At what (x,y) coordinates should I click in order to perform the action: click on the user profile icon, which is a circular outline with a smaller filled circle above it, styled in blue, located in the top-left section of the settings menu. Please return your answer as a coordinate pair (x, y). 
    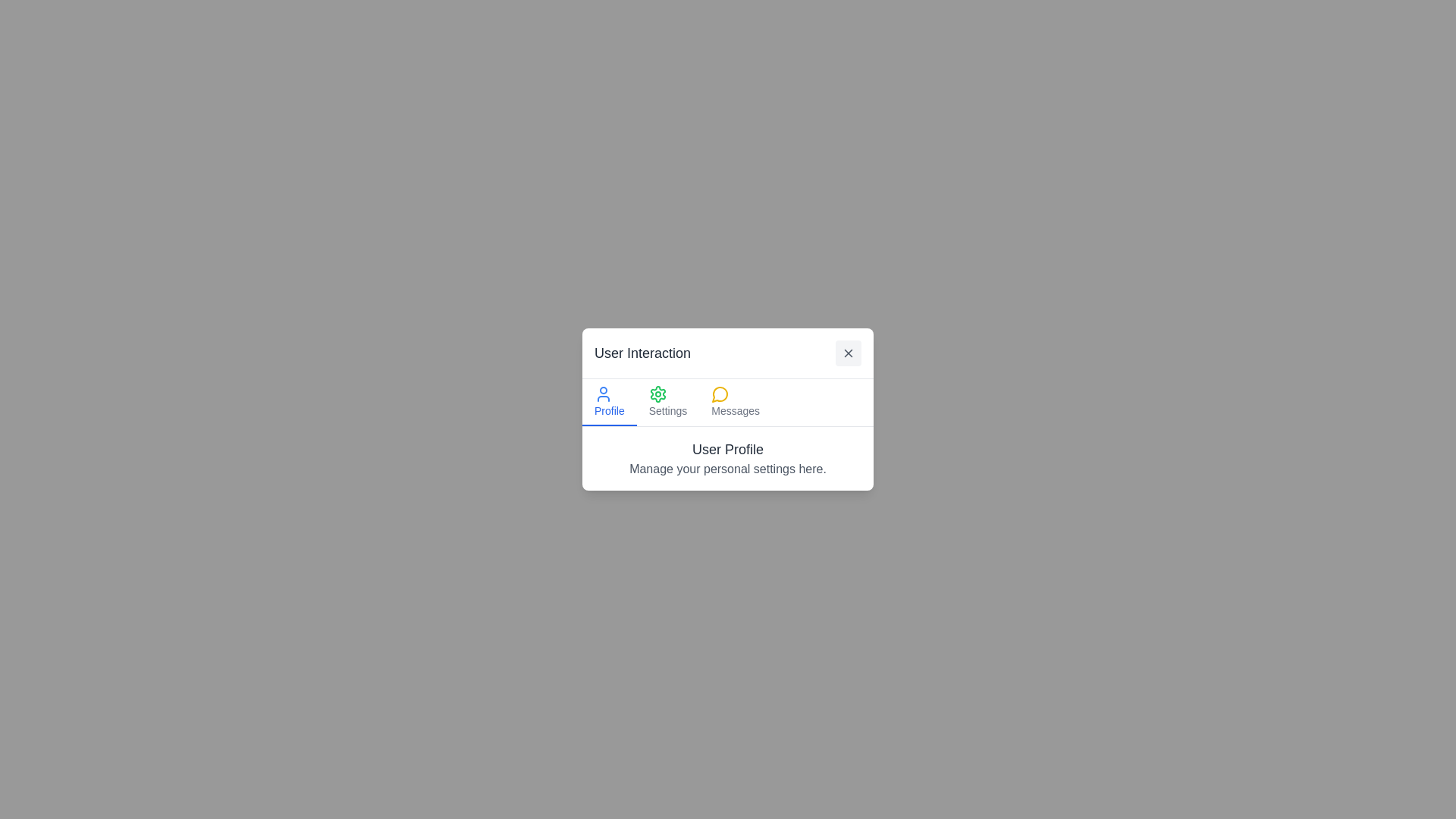
    Looking at the image, I should click on (603, 394).